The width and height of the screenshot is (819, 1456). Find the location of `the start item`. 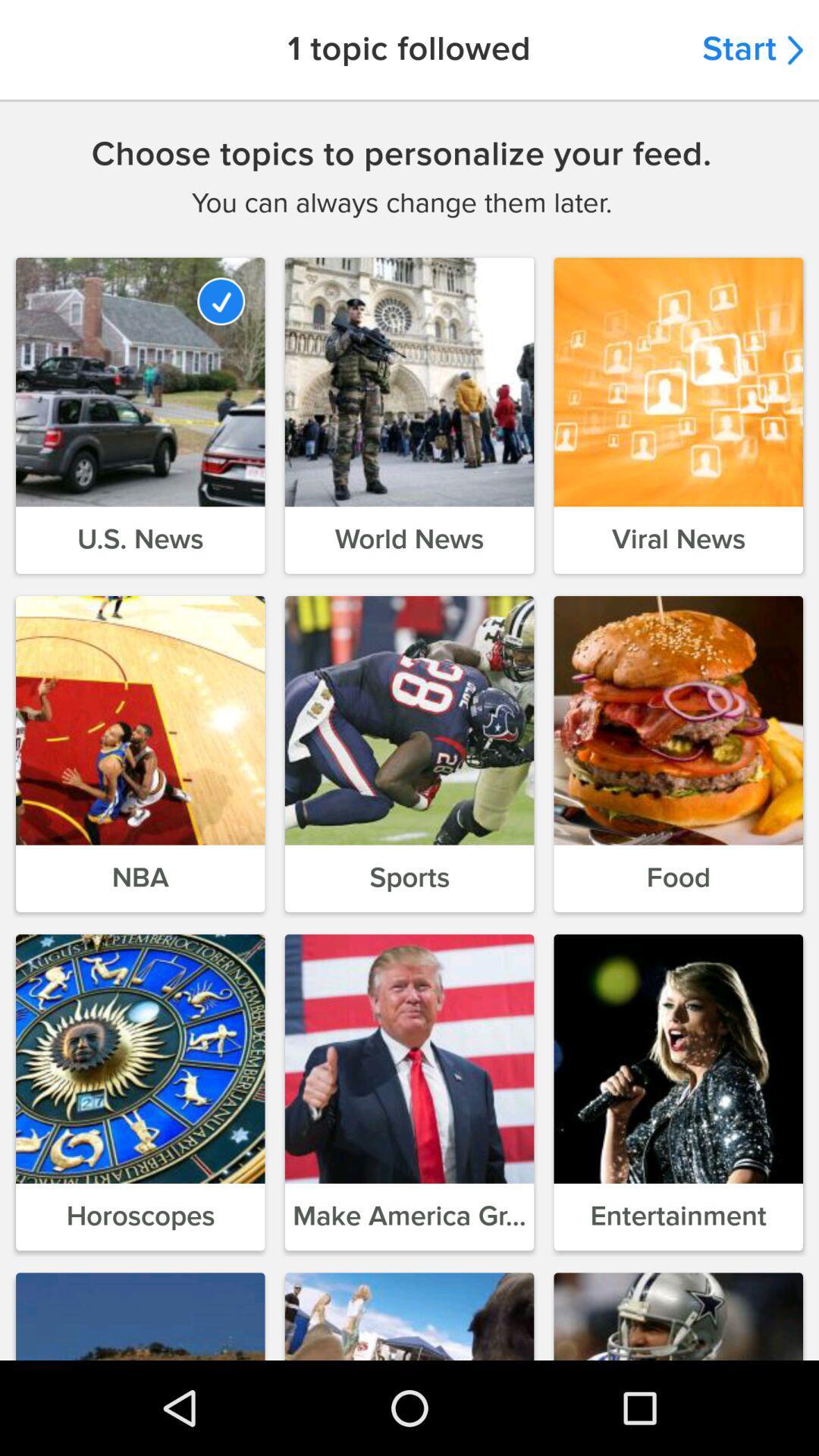

the start item is located at coordinates (752, 49).